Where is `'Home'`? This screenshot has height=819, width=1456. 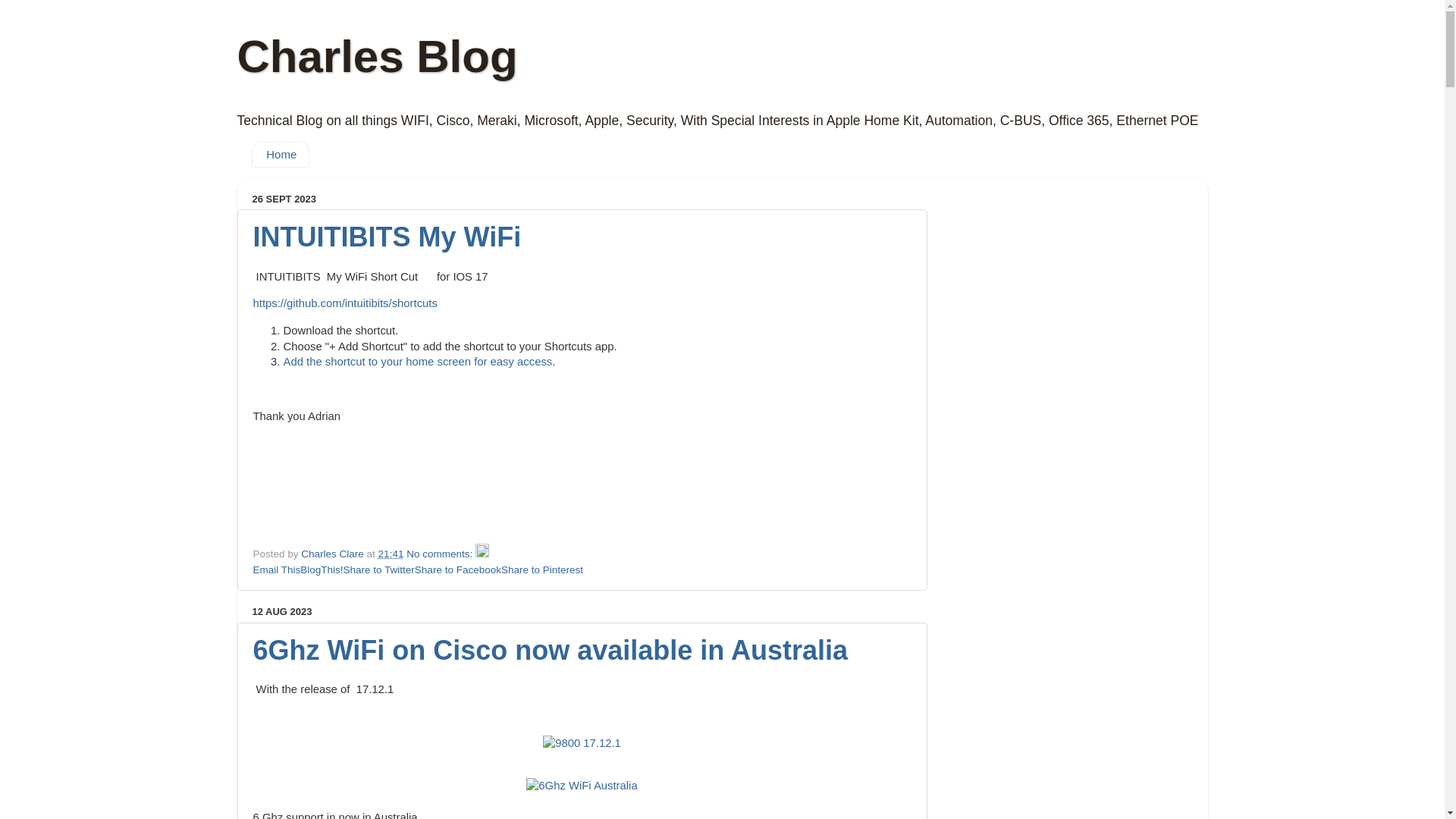 'Home' is located at coordinates (251, 155).